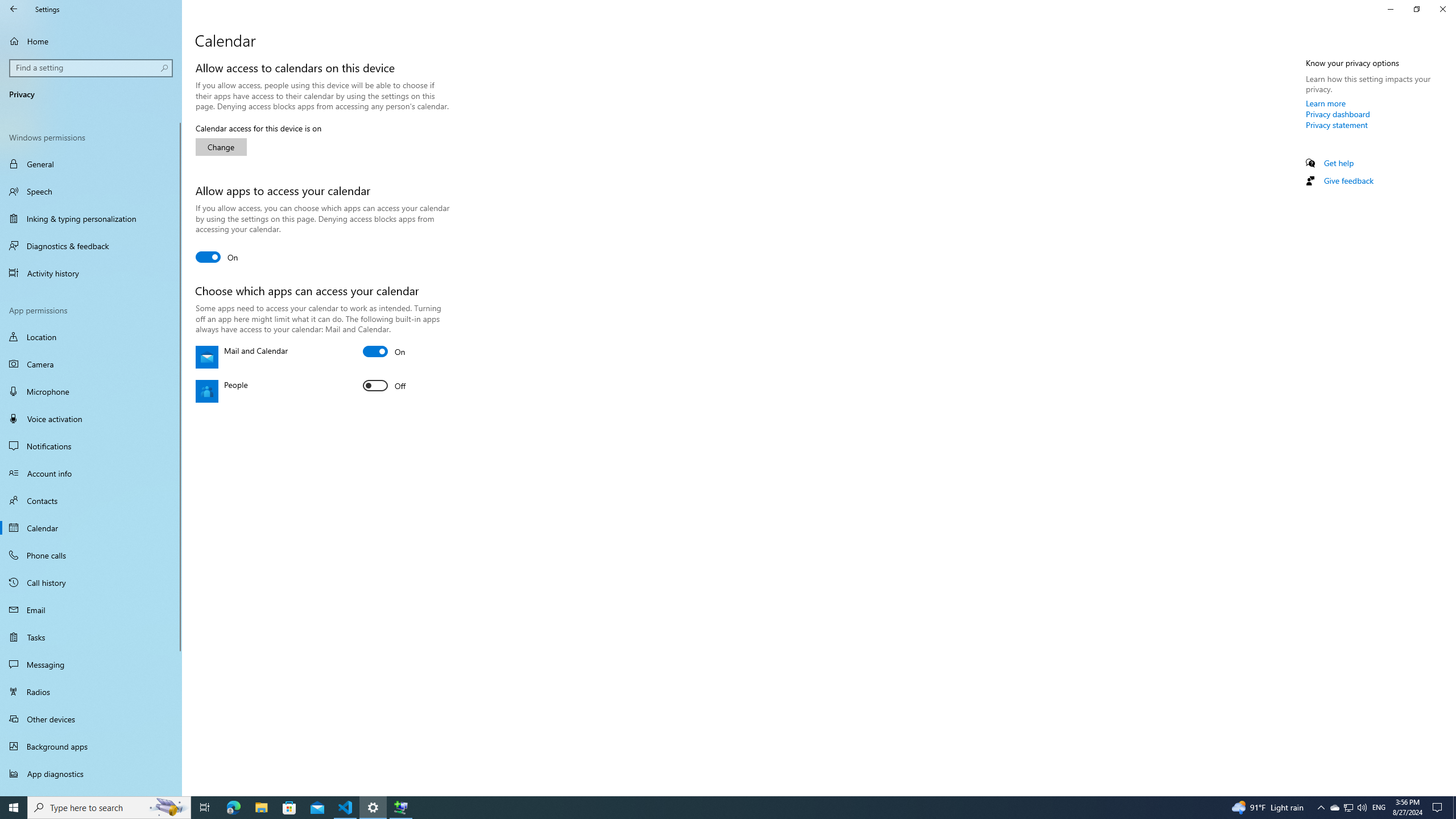 This screenshot has width=1456, height=819. Describe the element at coordinates (1338, 113) in the screenshot. I see `'Privacy dashboard'` at that location.